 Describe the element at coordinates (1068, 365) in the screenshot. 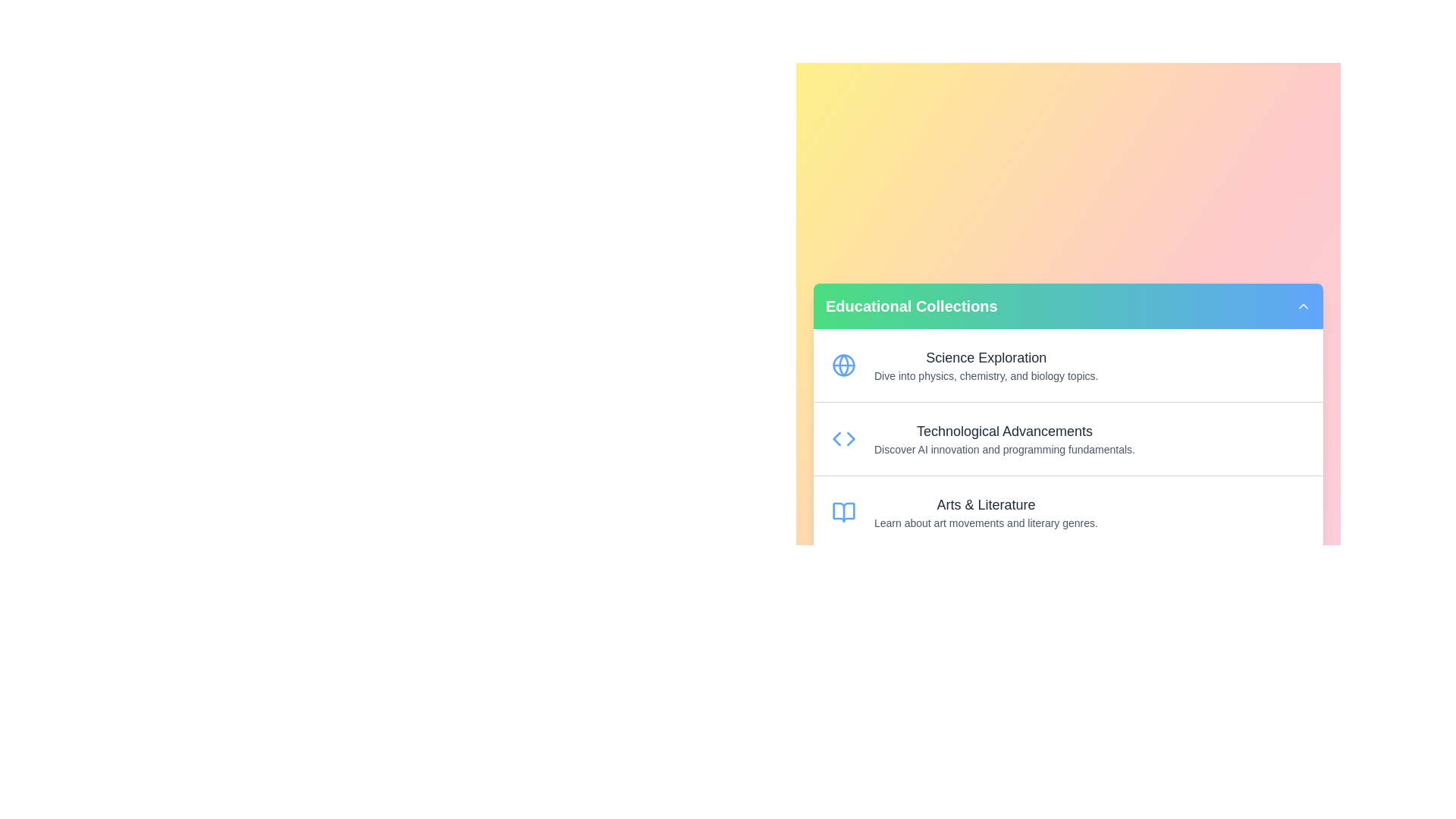

I see `the item labeled 'Science Exploration' in the list to observe visual feedback` at that location.